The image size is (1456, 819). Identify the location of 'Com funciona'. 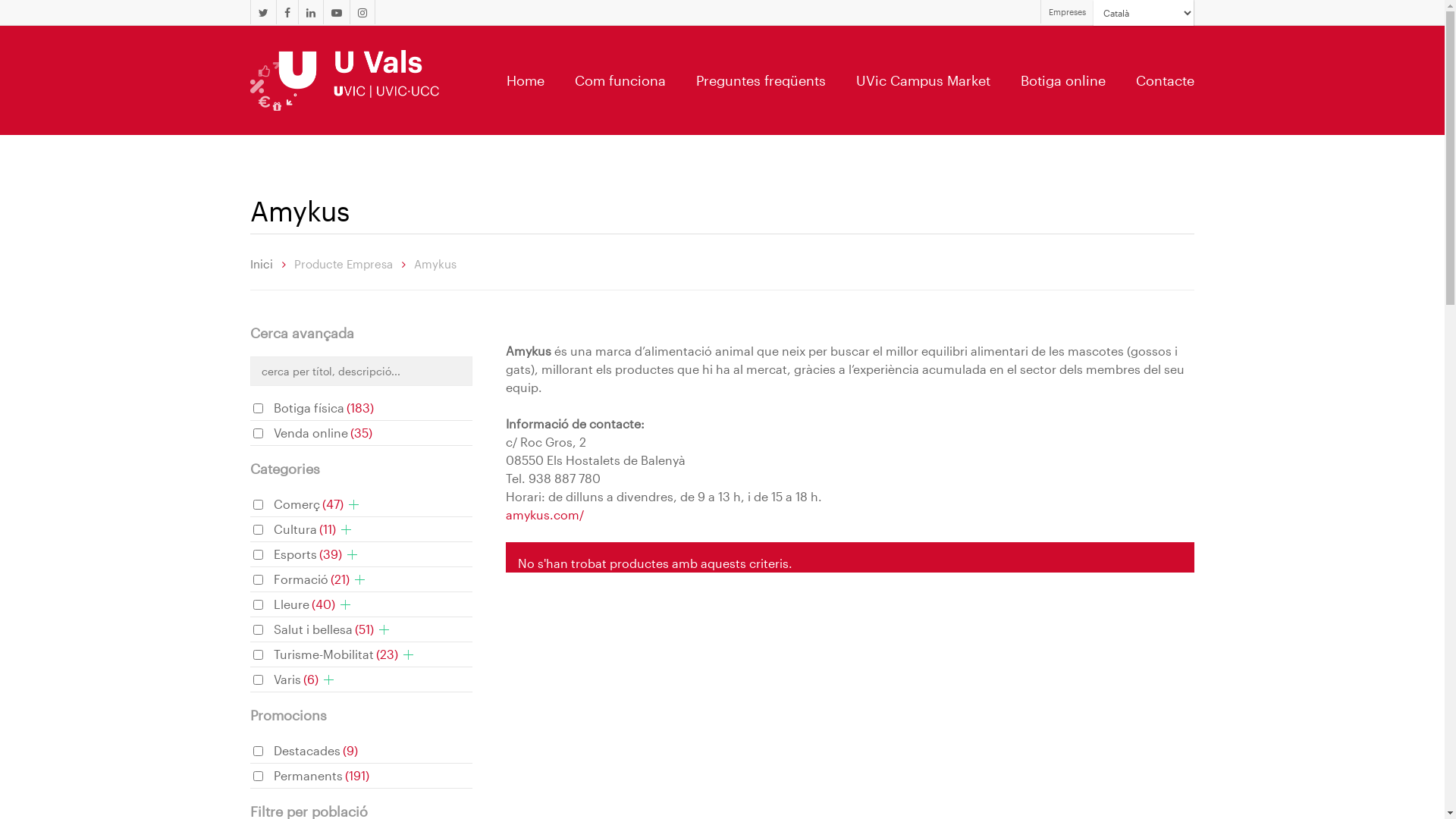
(574, 80).